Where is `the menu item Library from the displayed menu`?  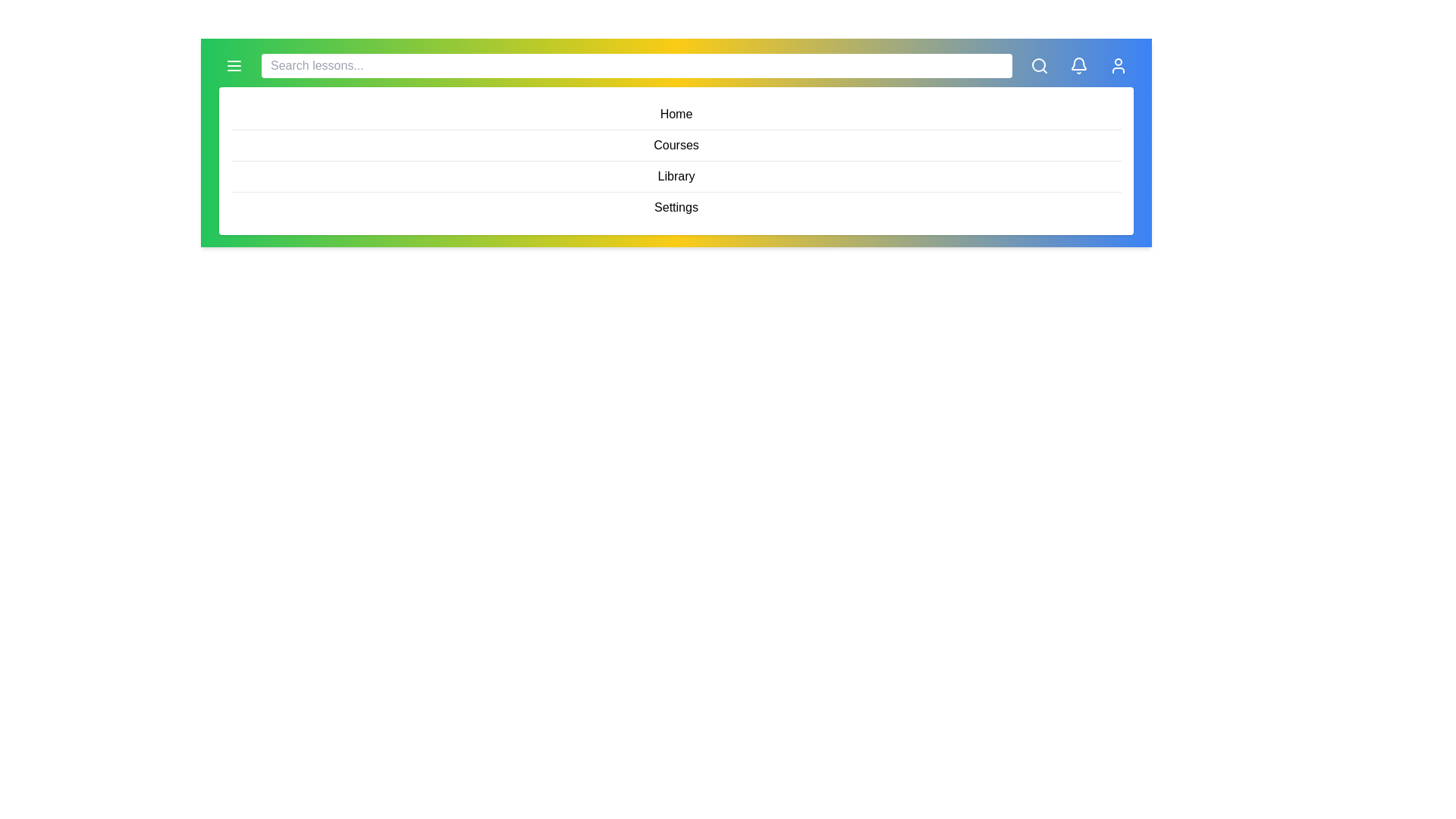 the menu item Library from the displayed menu is located at coordinates (676, 176).